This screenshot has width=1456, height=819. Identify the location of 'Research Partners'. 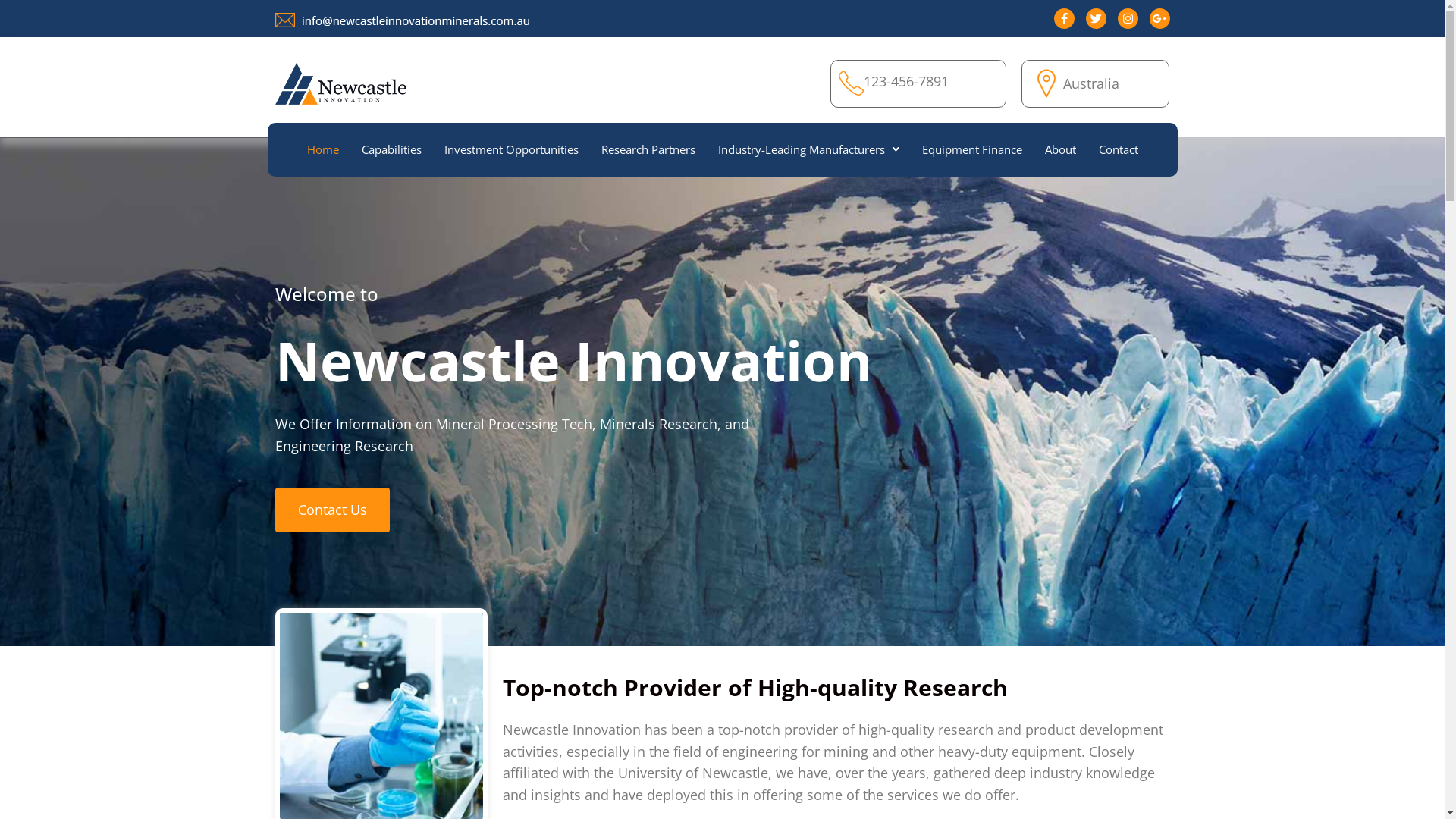
(588, 149).